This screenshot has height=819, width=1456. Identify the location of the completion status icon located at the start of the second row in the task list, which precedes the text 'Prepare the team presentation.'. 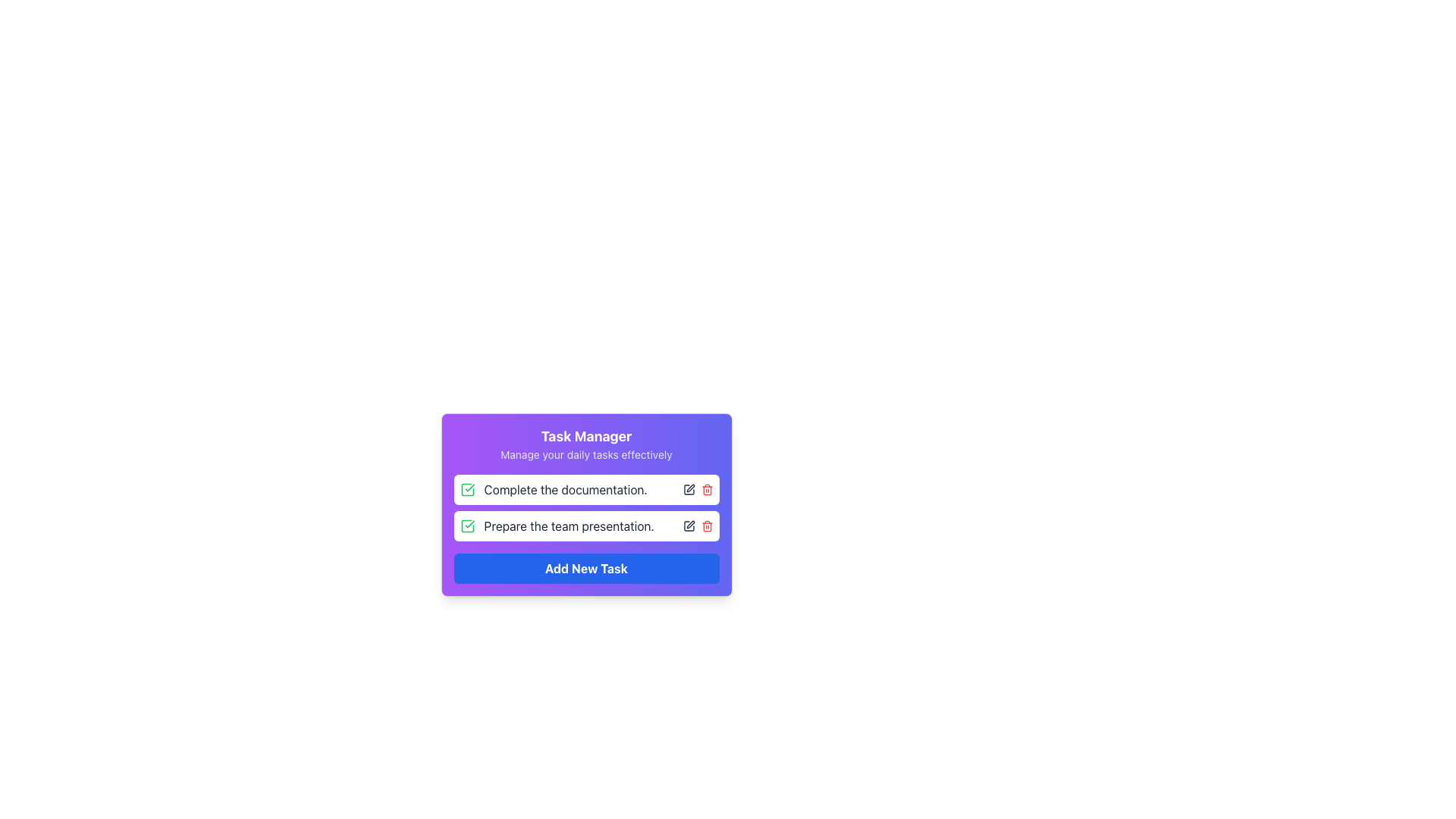
(466, 526).